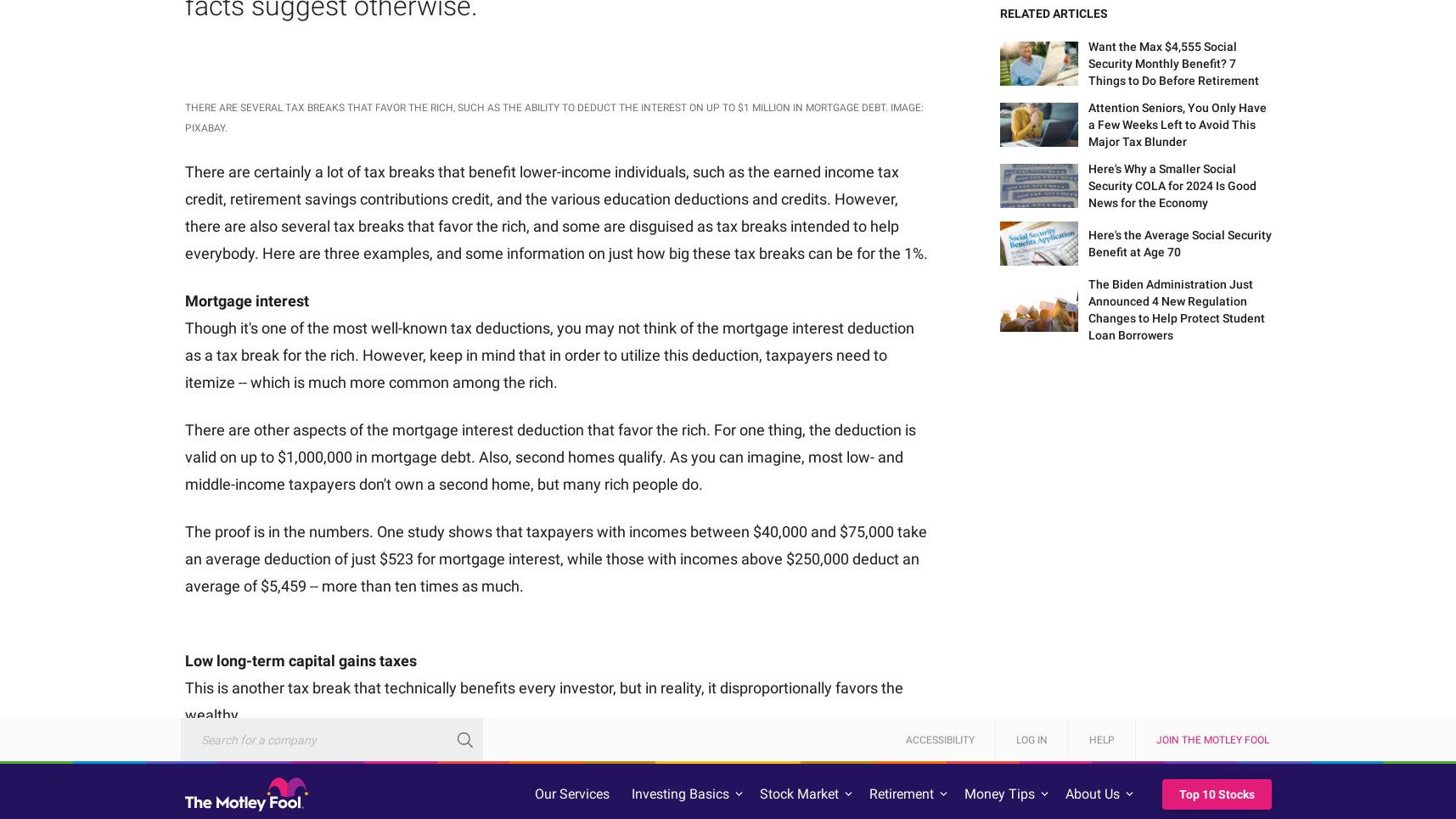  What do you see at coordinates (493, 799) in the screenshot?
I see `'Advertise'` at bounding box center [493, 799].